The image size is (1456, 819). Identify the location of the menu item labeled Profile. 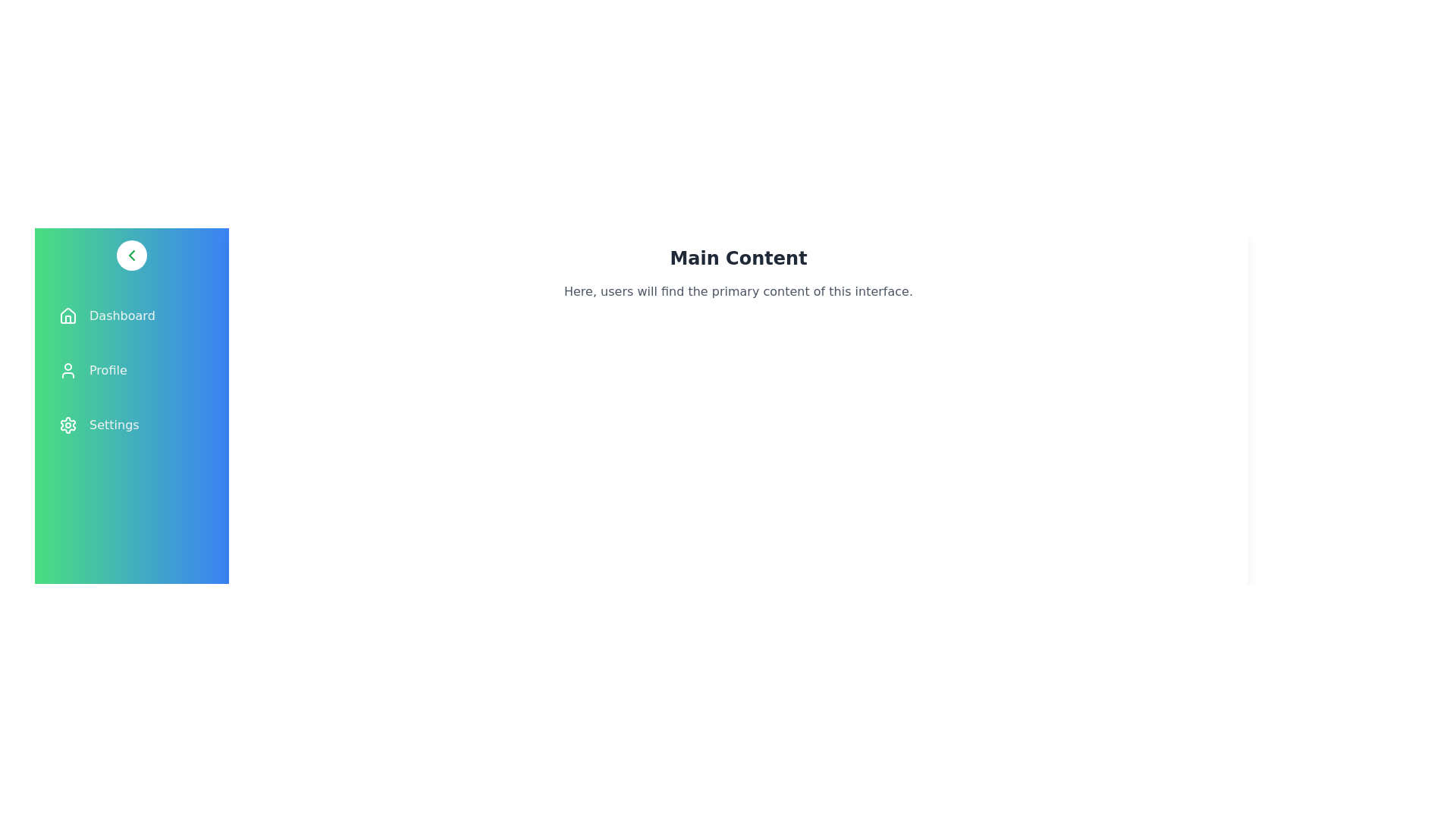
(131, 371).